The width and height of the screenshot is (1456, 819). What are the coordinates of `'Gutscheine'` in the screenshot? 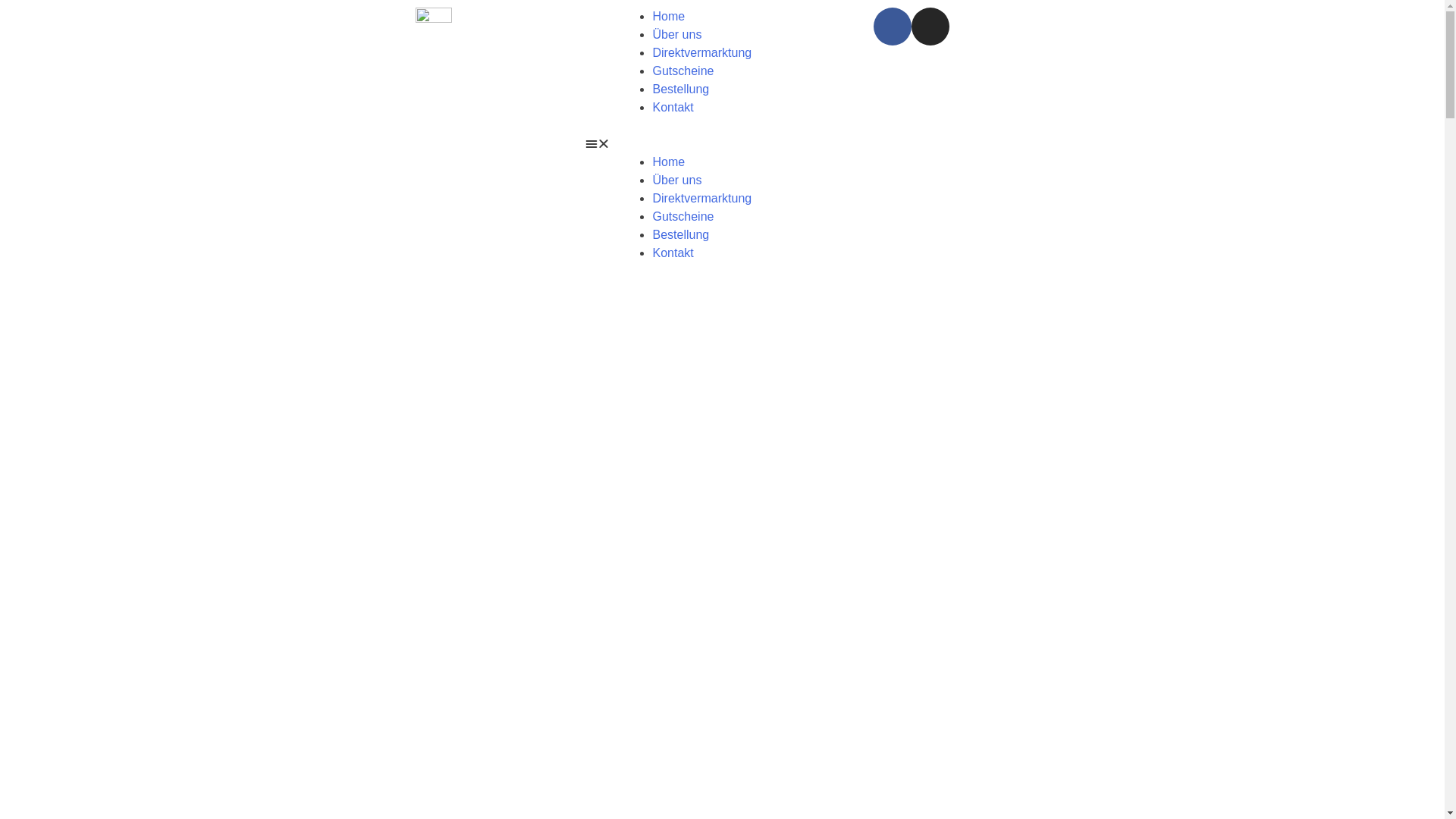 It's located at (651, 216).